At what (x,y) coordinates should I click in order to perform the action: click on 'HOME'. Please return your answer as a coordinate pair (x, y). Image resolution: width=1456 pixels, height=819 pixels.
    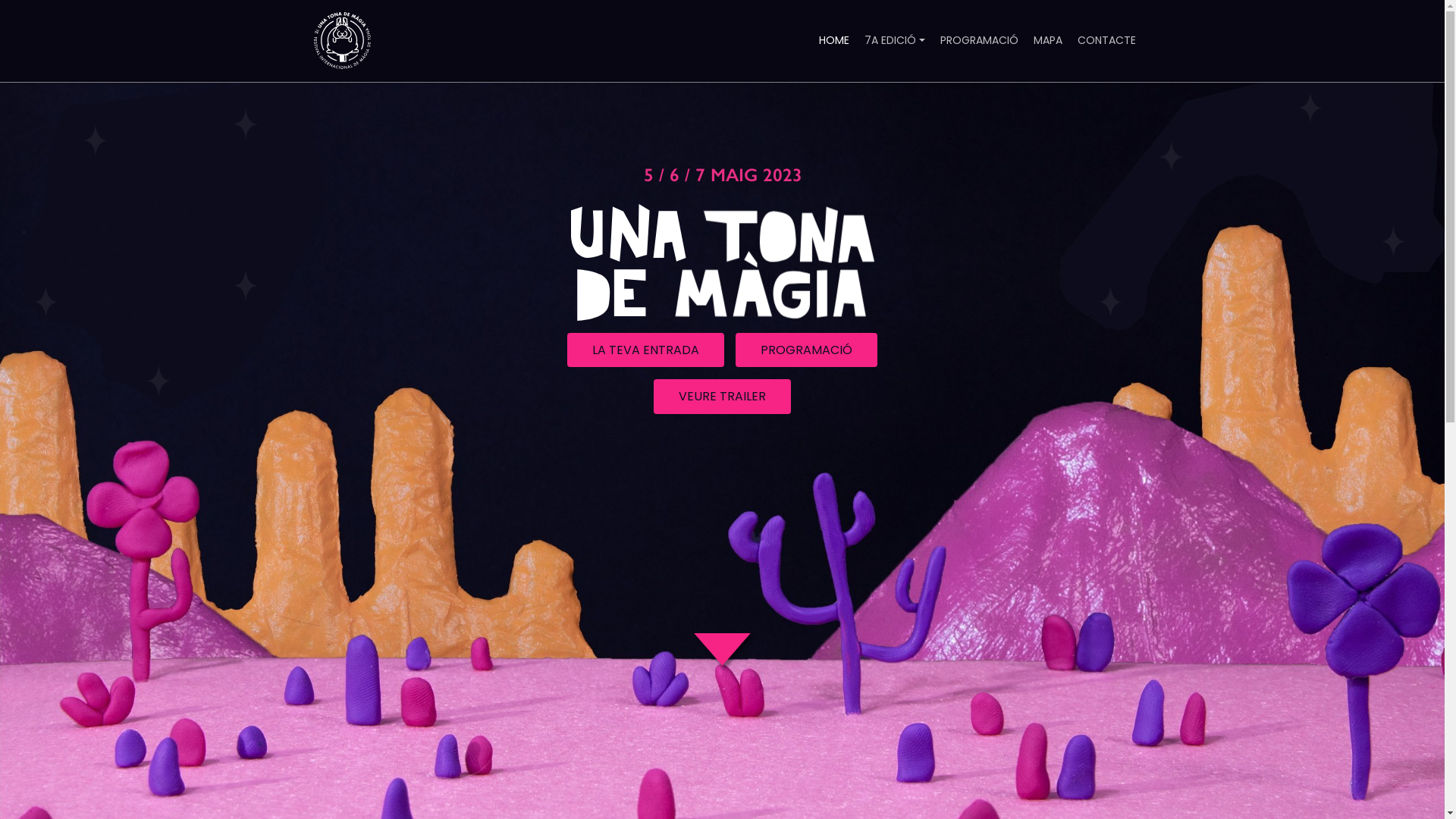
    Looking at the image, I should click on (833, 39).